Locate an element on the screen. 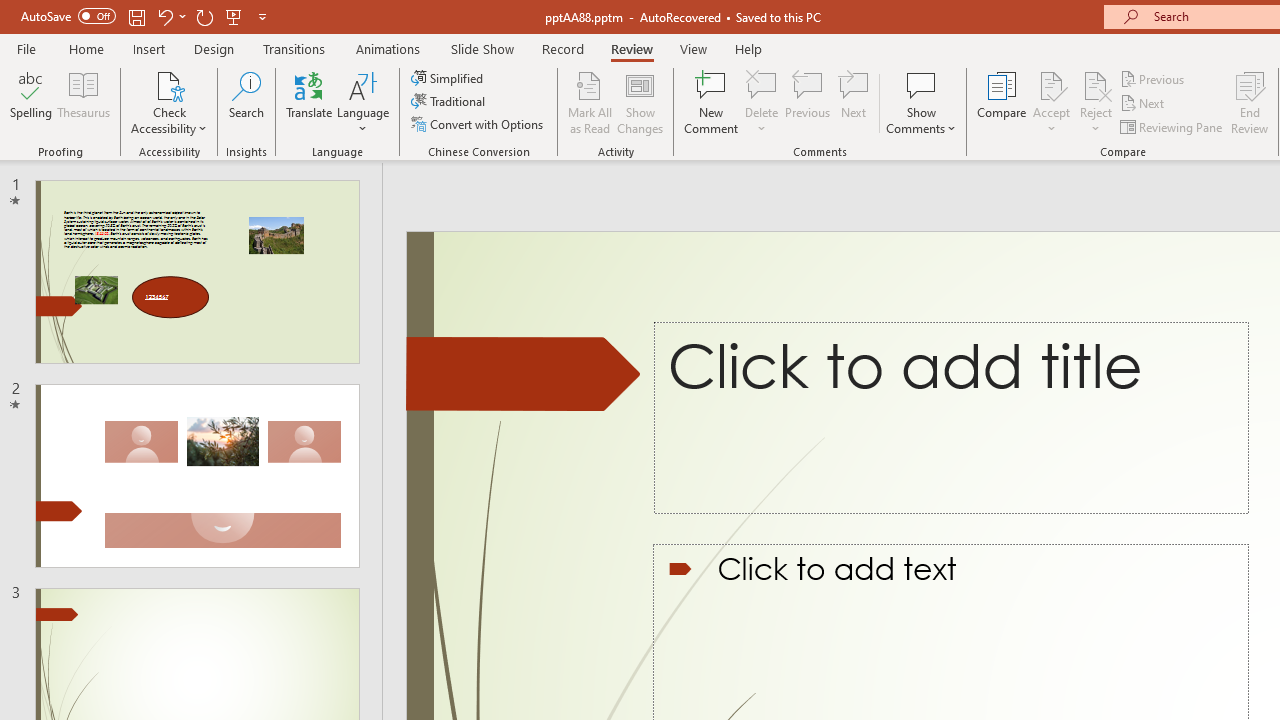 The height and width of the screenshot is (720, 1280). 'Compare' is located at coordinates (1002, 103).